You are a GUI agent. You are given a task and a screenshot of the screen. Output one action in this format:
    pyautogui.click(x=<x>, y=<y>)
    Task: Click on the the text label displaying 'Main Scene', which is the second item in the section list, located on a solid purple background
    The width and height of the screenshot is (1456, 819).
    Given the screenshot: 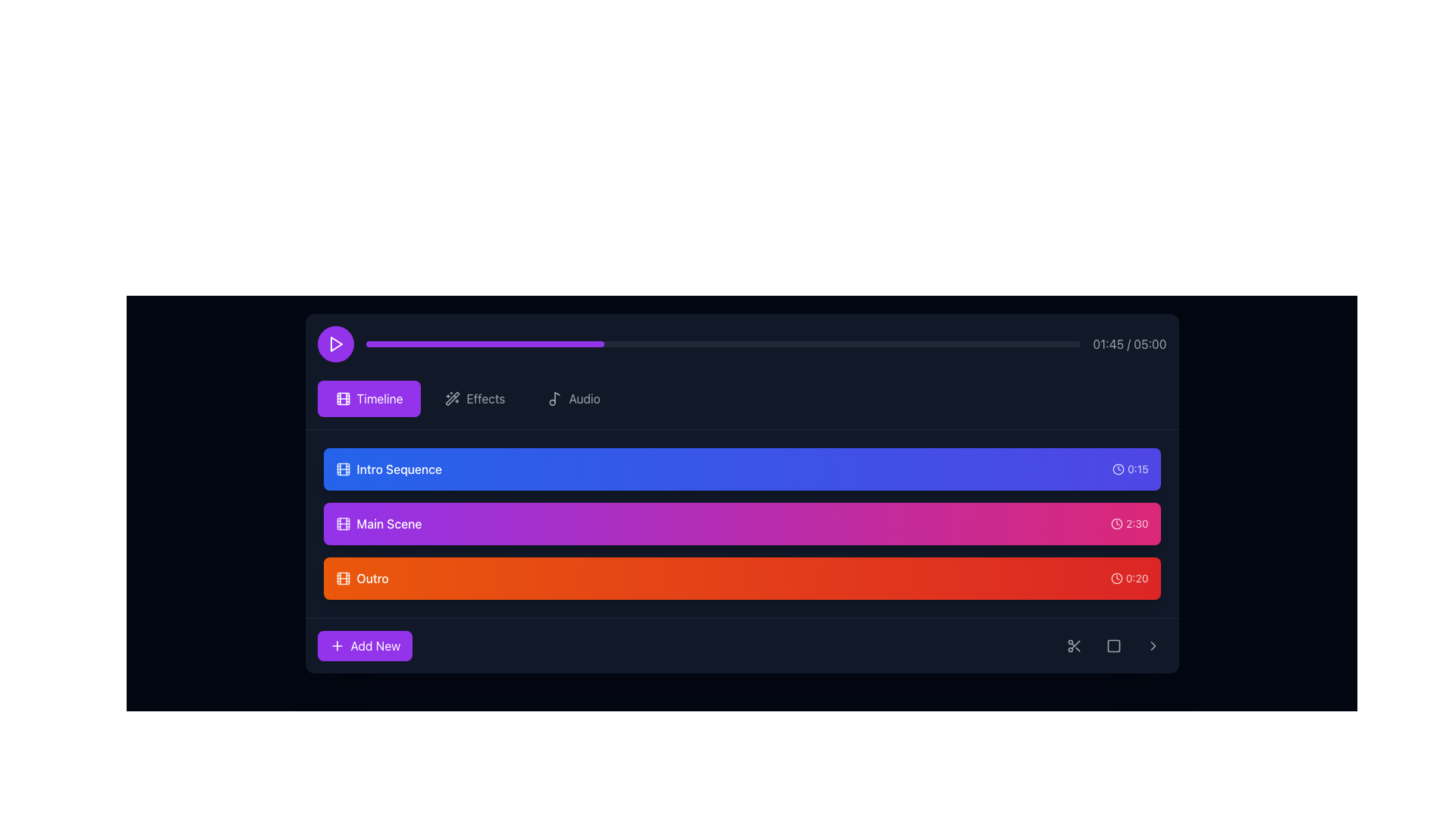 What is the action you would take?
    pyautogui.click(x=389, y=522)
    